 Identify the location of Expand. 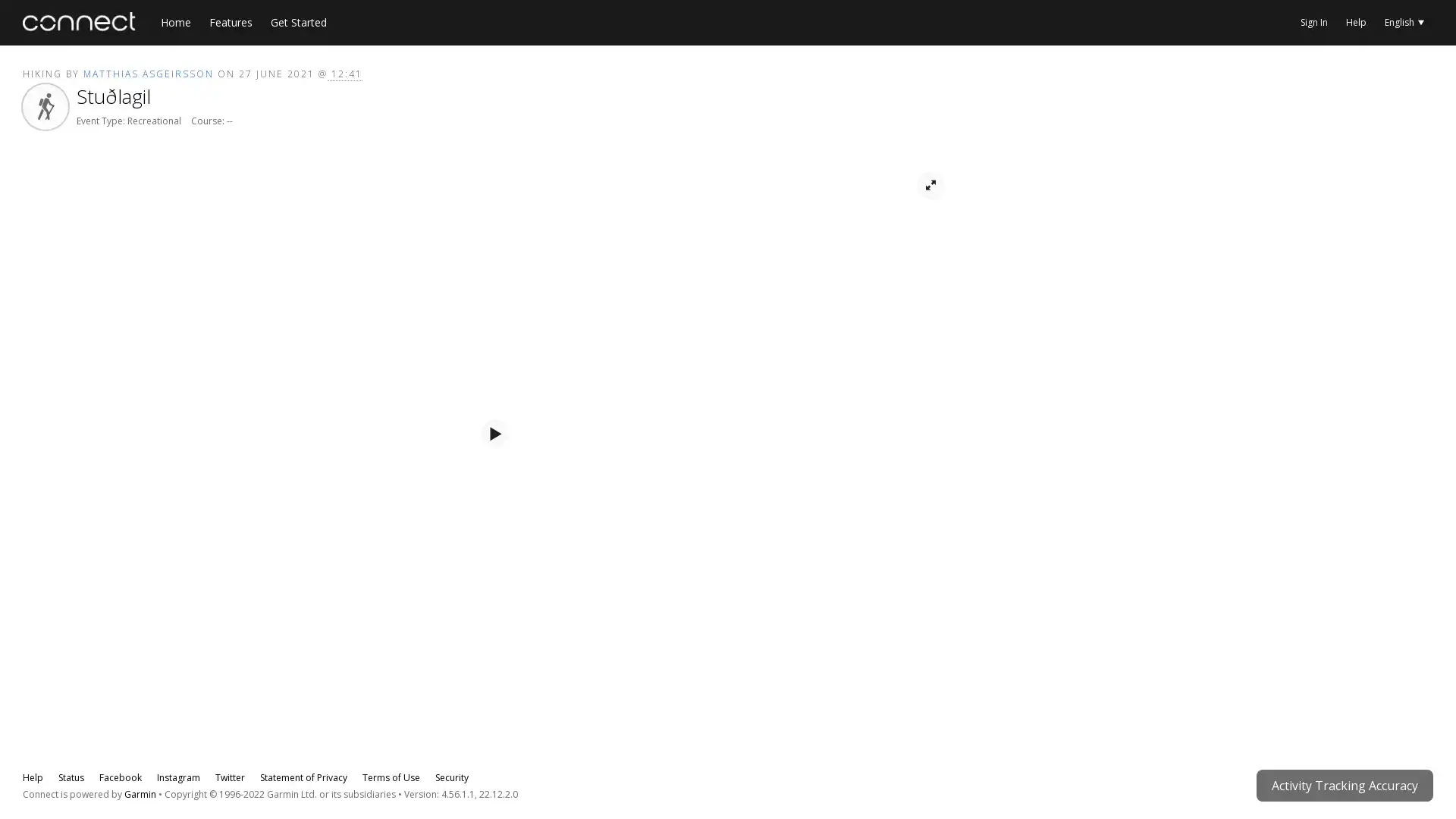
(938, 714).